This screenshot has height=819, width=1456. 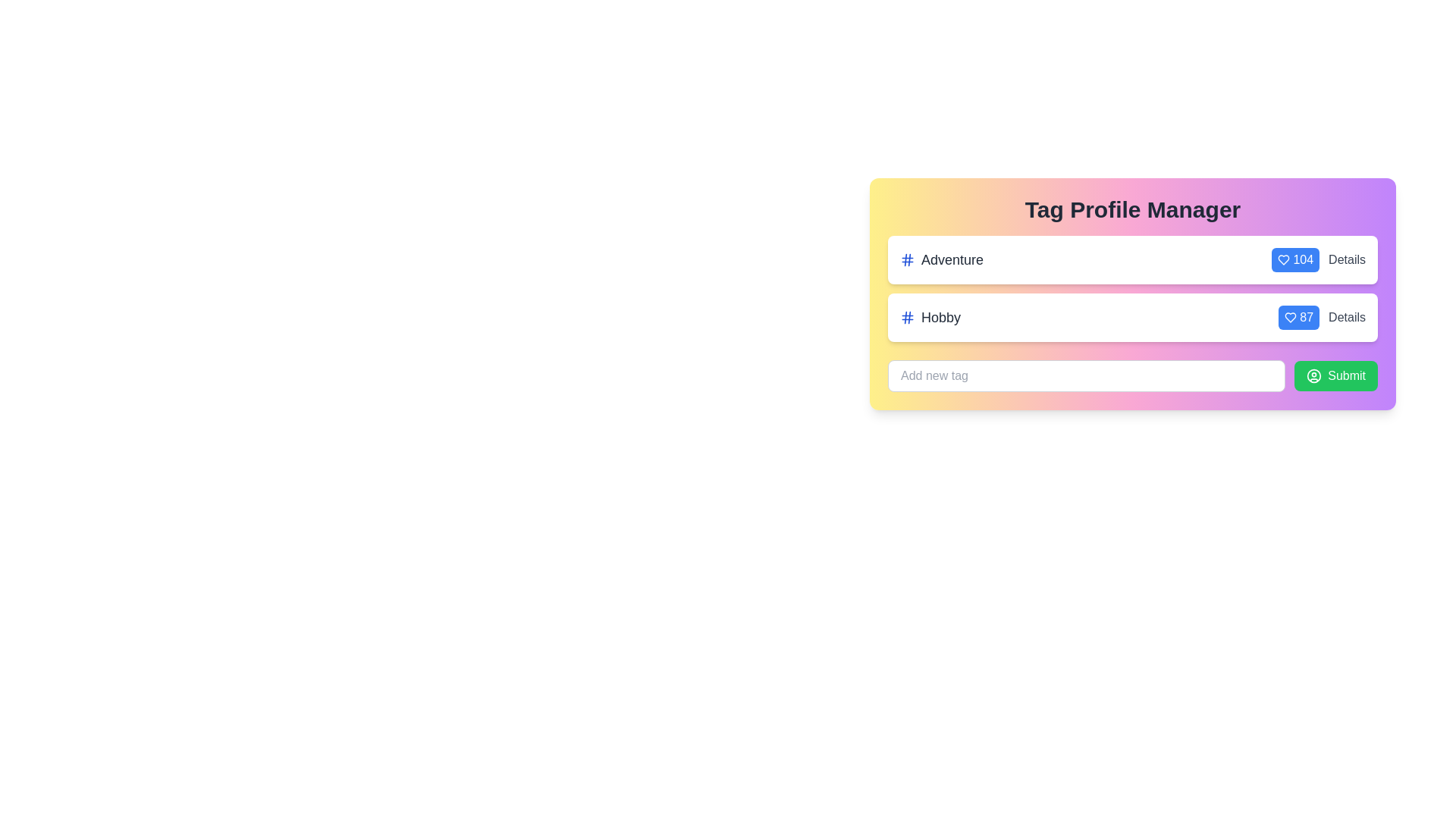 I want to click on the Adventure icon located immediately to the left of the text 'Adventure' in the first list item of a vertical list, so click(x=907, y=259).